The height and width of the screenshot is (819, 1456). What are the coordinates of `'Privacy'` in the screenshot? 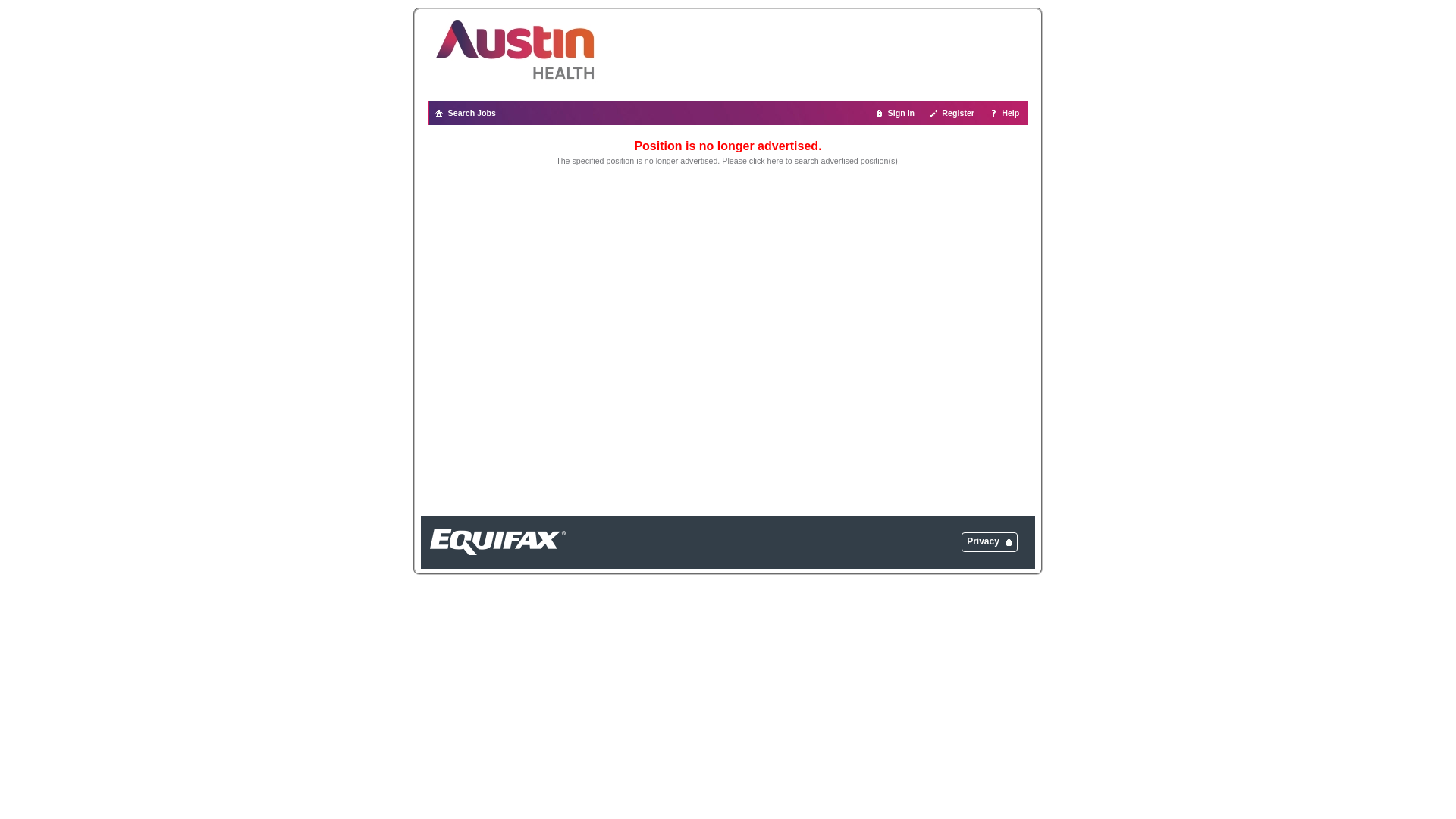 It's located at (966, 540).